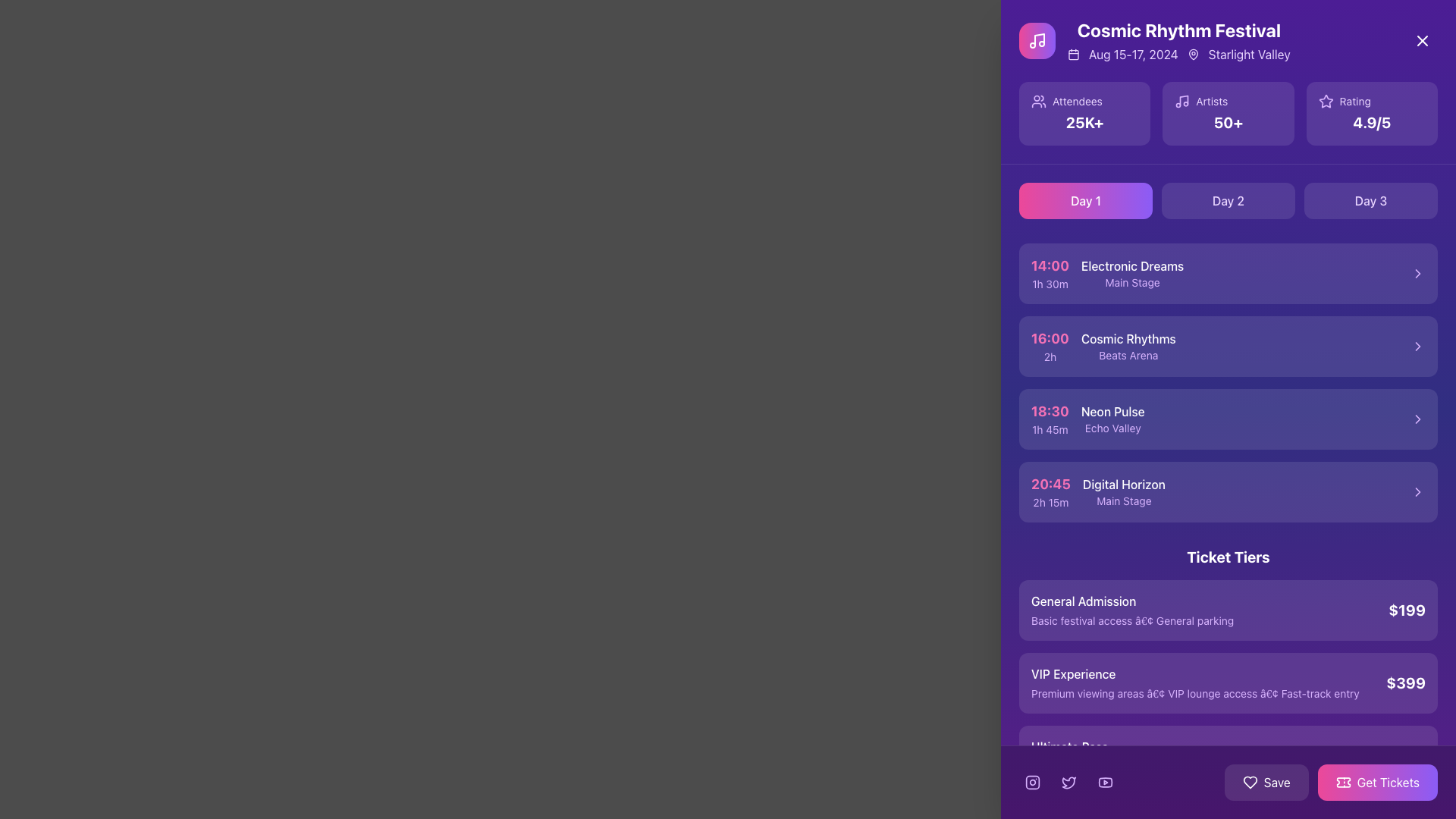 The height and width of the screenshot is (819, 1456). Describe the element at coordinates (1228, 683) in the screenshot. I see `the 'VIP Experience' ticket tier list item` at that location.